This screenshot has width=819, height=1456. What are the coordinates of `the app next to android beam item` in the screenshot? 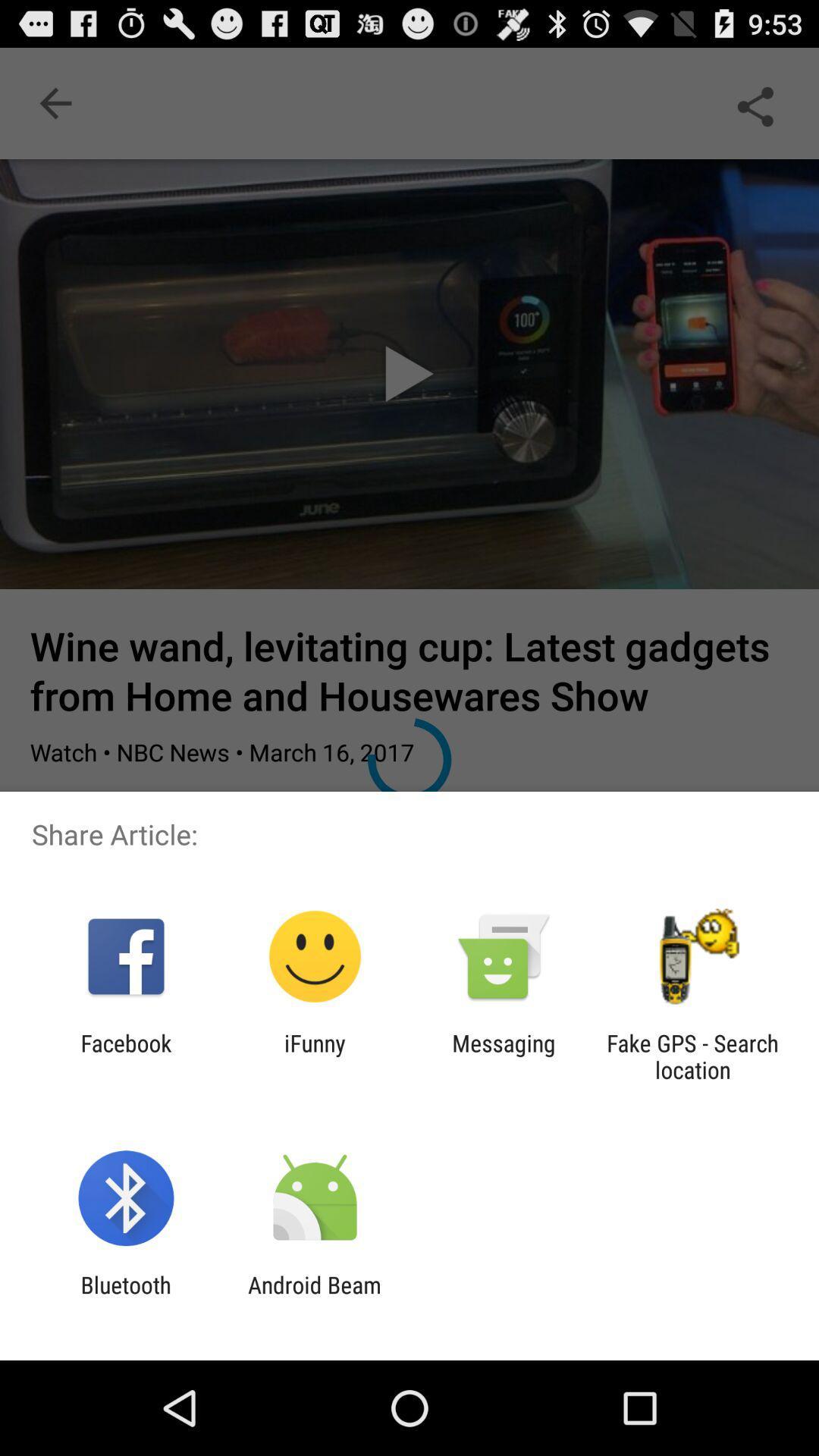 It's located at (125, 1298).